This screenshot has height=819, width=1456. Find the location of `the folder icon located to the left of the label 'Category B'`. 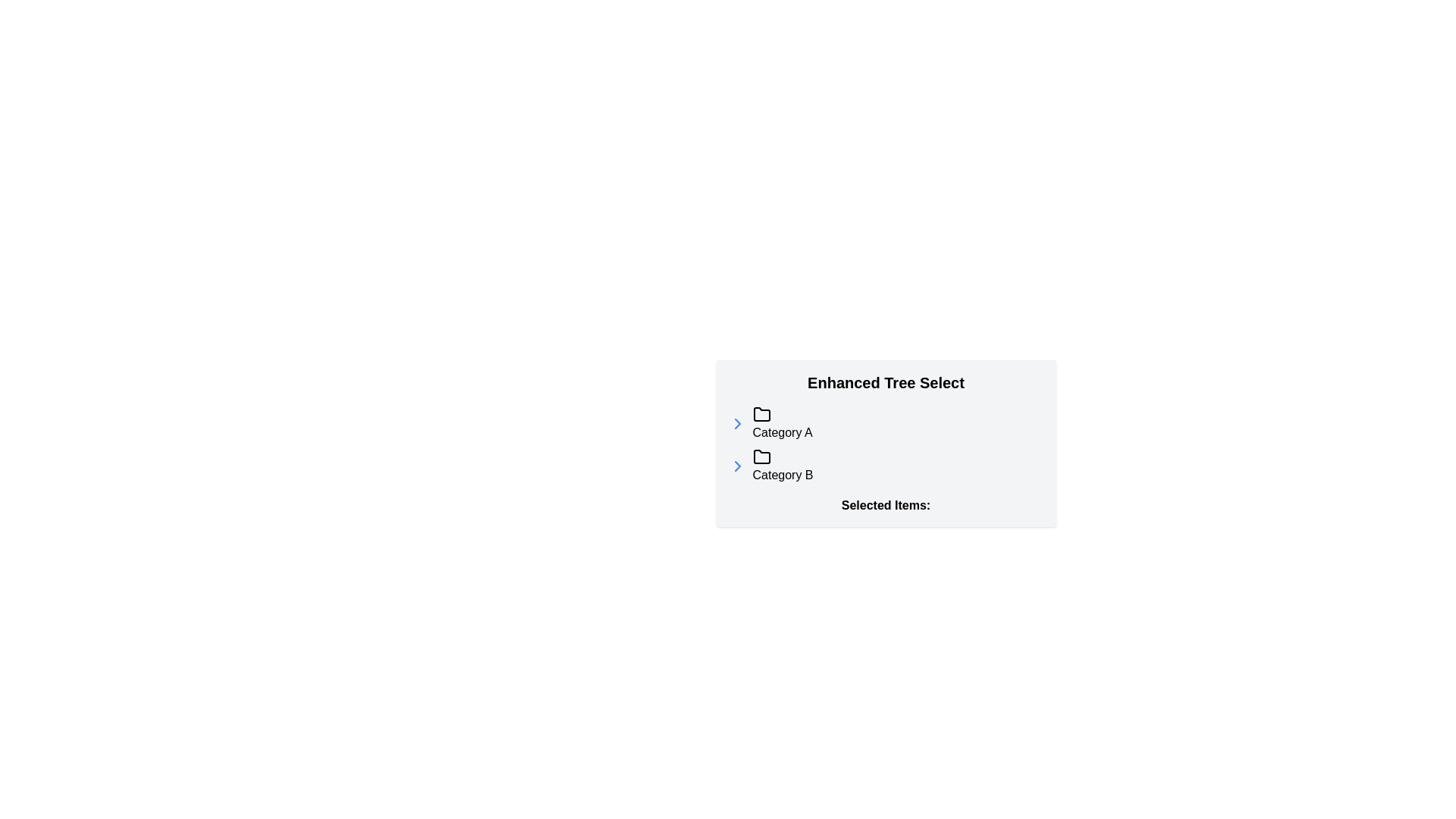

the folder icon located to the left of the label 'Category B' is located at coordinates (761, 456).